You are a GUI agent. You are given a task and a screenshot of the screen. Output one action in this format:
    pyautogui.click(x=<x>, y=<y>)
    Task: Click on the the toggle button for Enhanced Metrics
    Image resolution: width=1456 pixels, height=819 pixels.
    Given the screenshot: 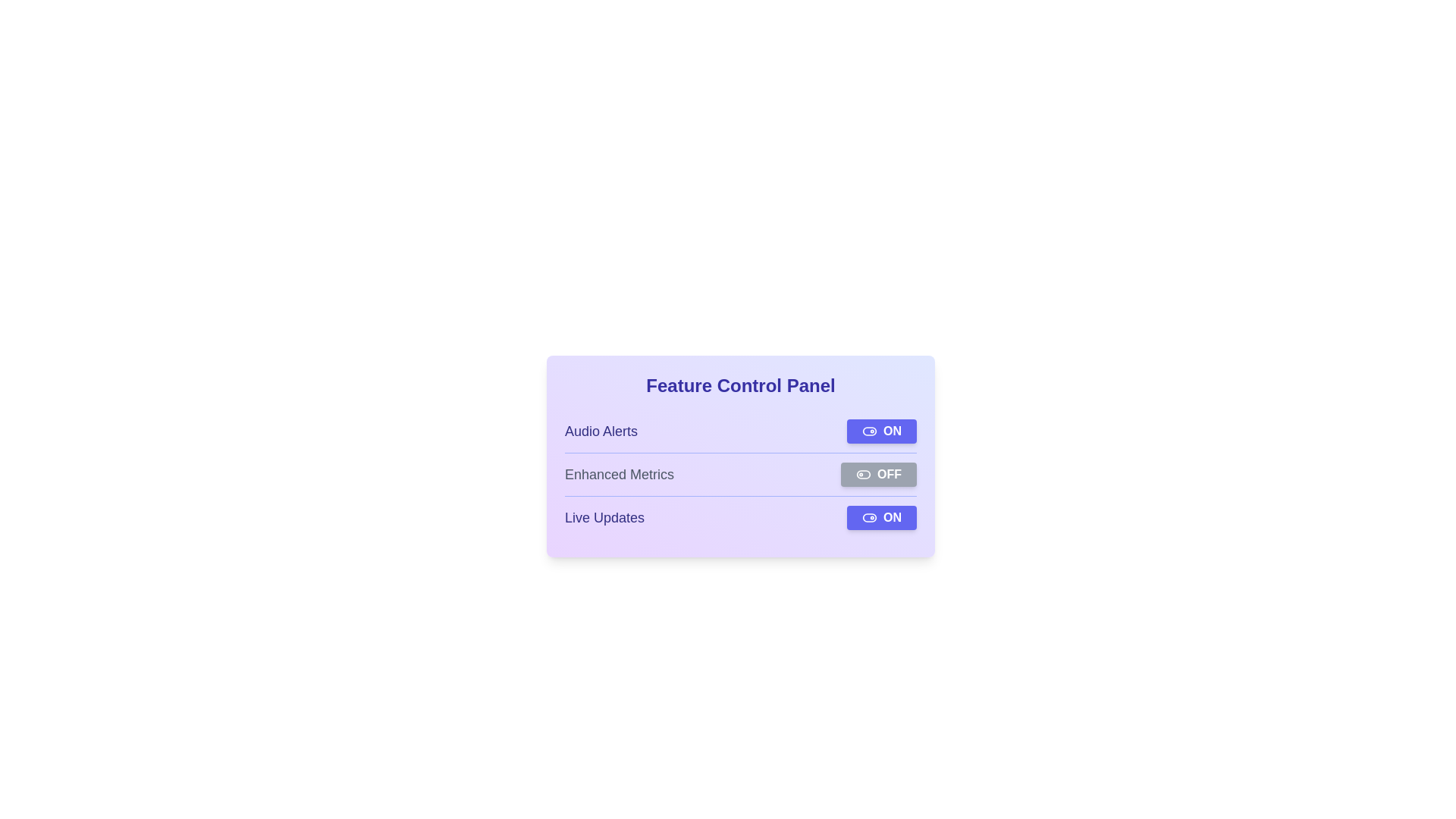 What is the action you would take?
    pyautogui.click(x=878, y=473)
    